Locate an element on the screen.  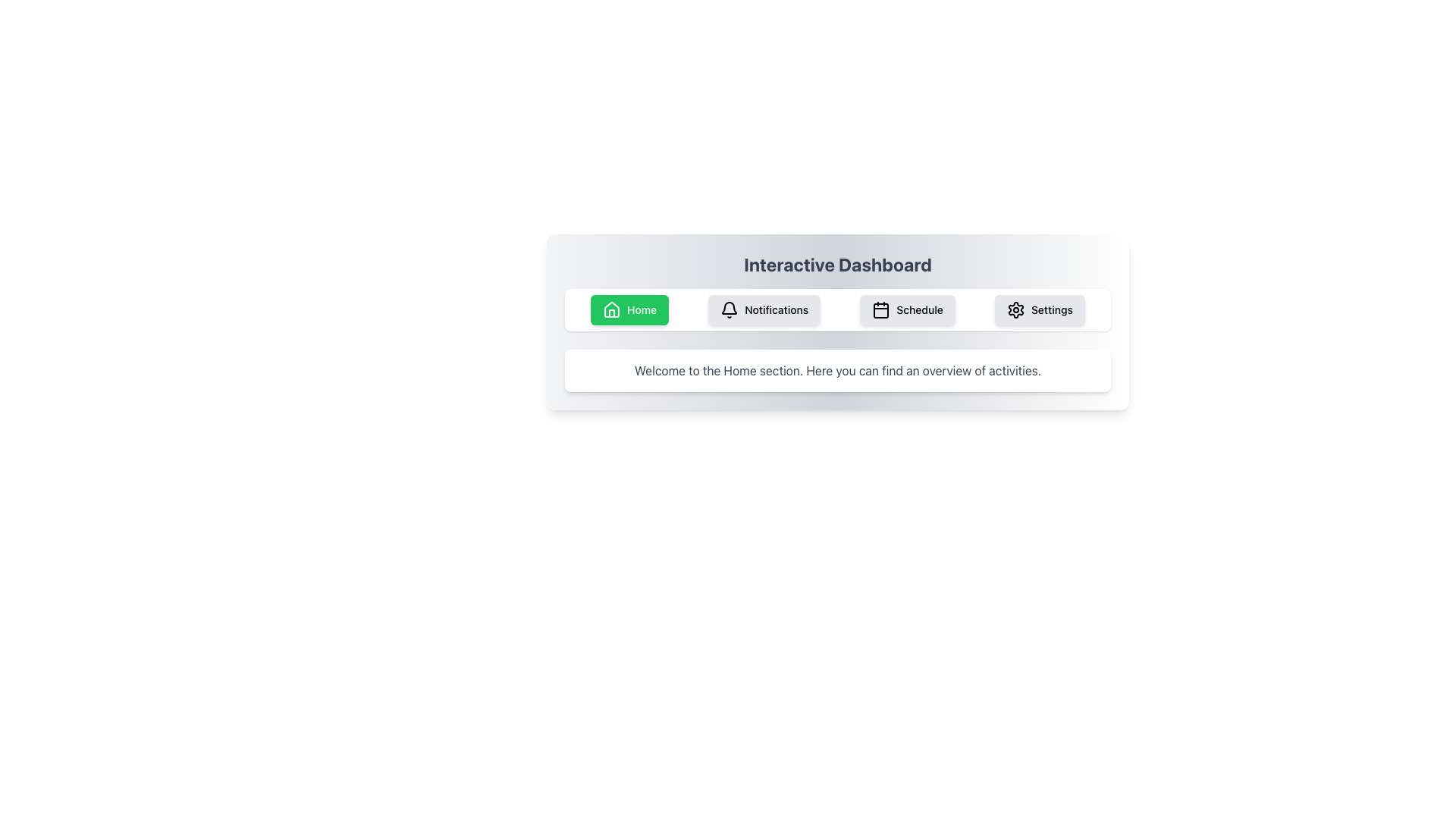
the house icon's door subcomponent located within the 'Home' button in the top navigation bar is located at coordinates (611, 312).